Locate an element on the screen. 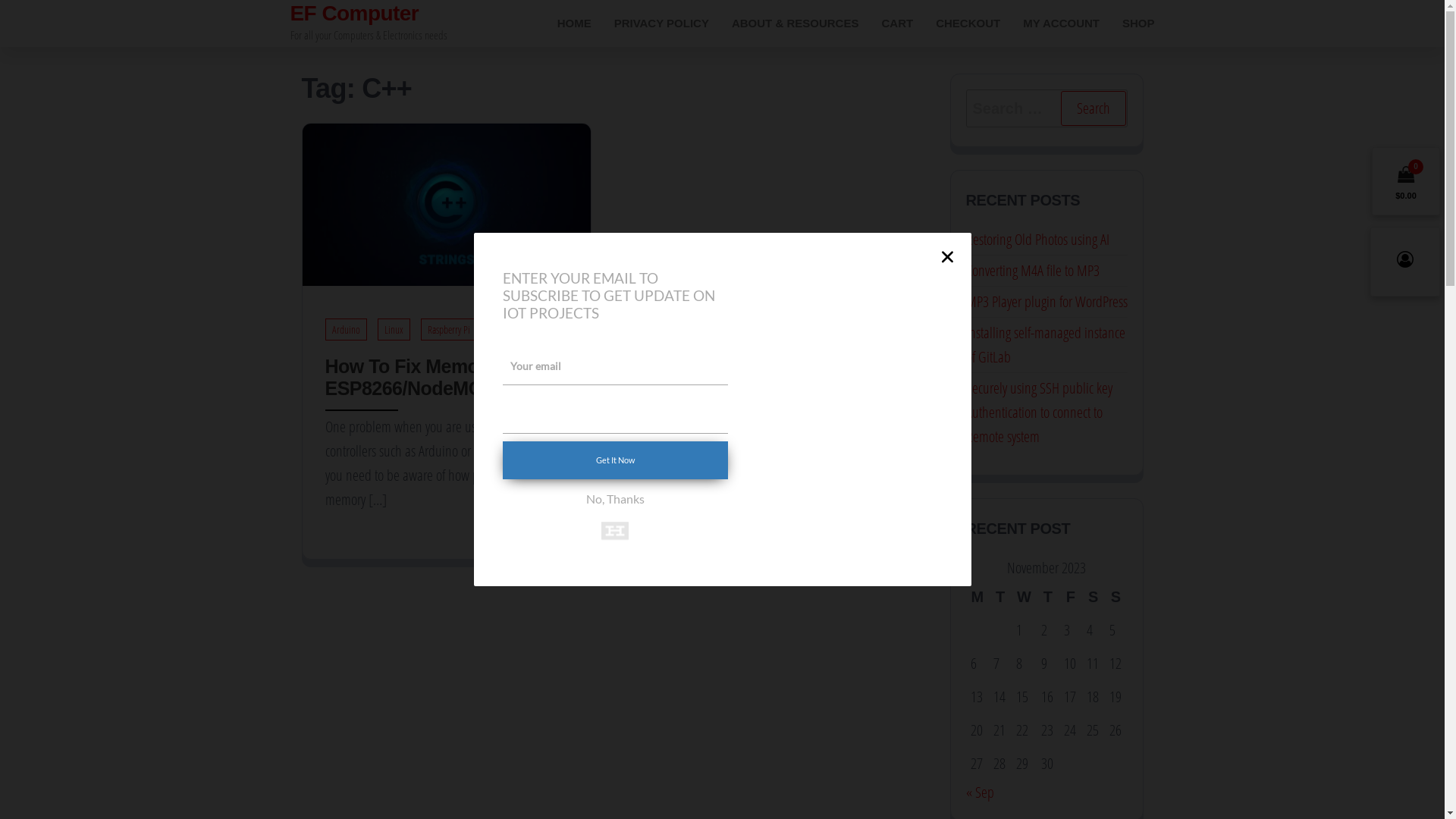  'Converting M4A file to MP3' is located at coordinates (1032, 269).